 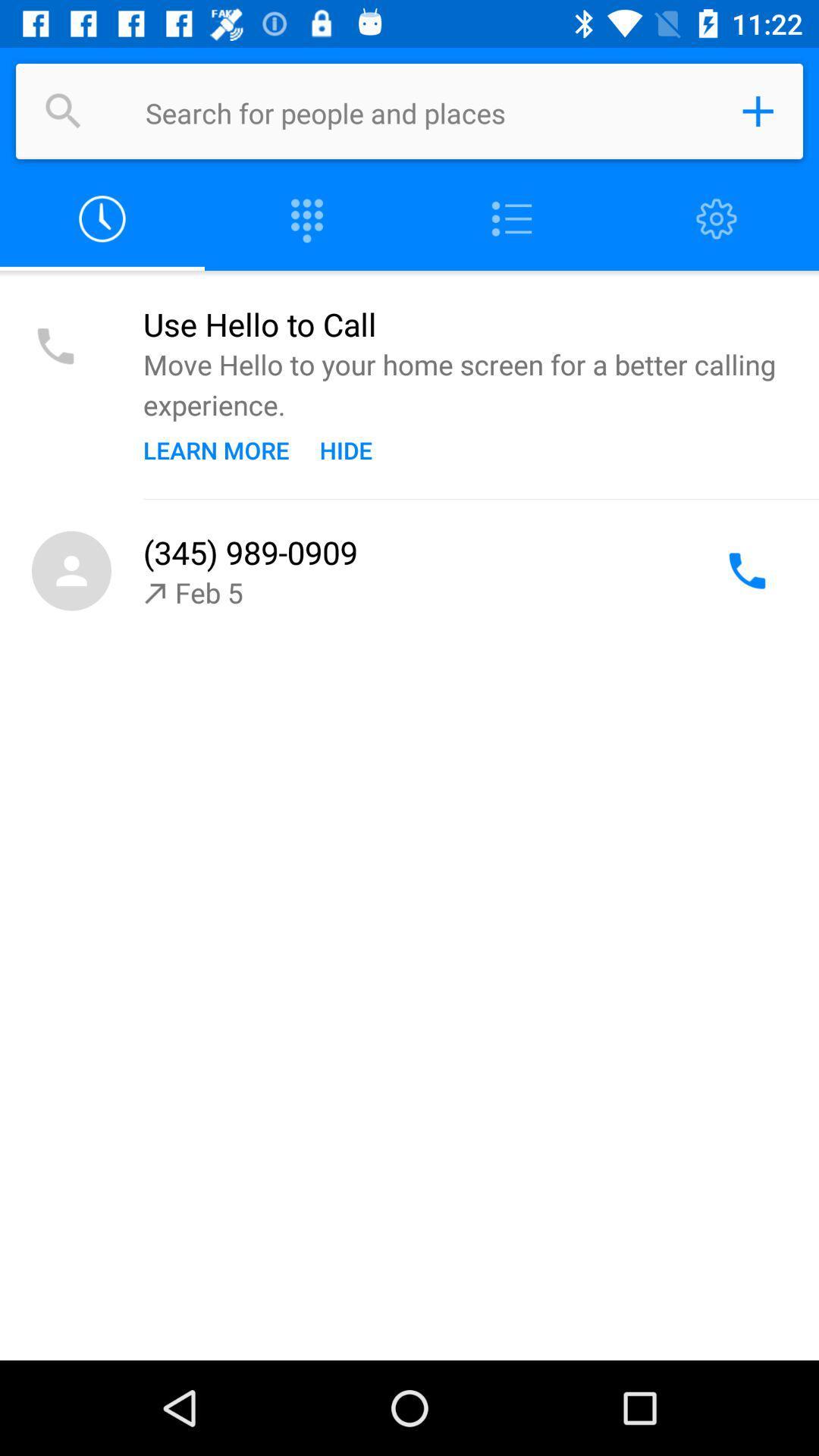 I want to click on search people, so click(x=428, y=111).